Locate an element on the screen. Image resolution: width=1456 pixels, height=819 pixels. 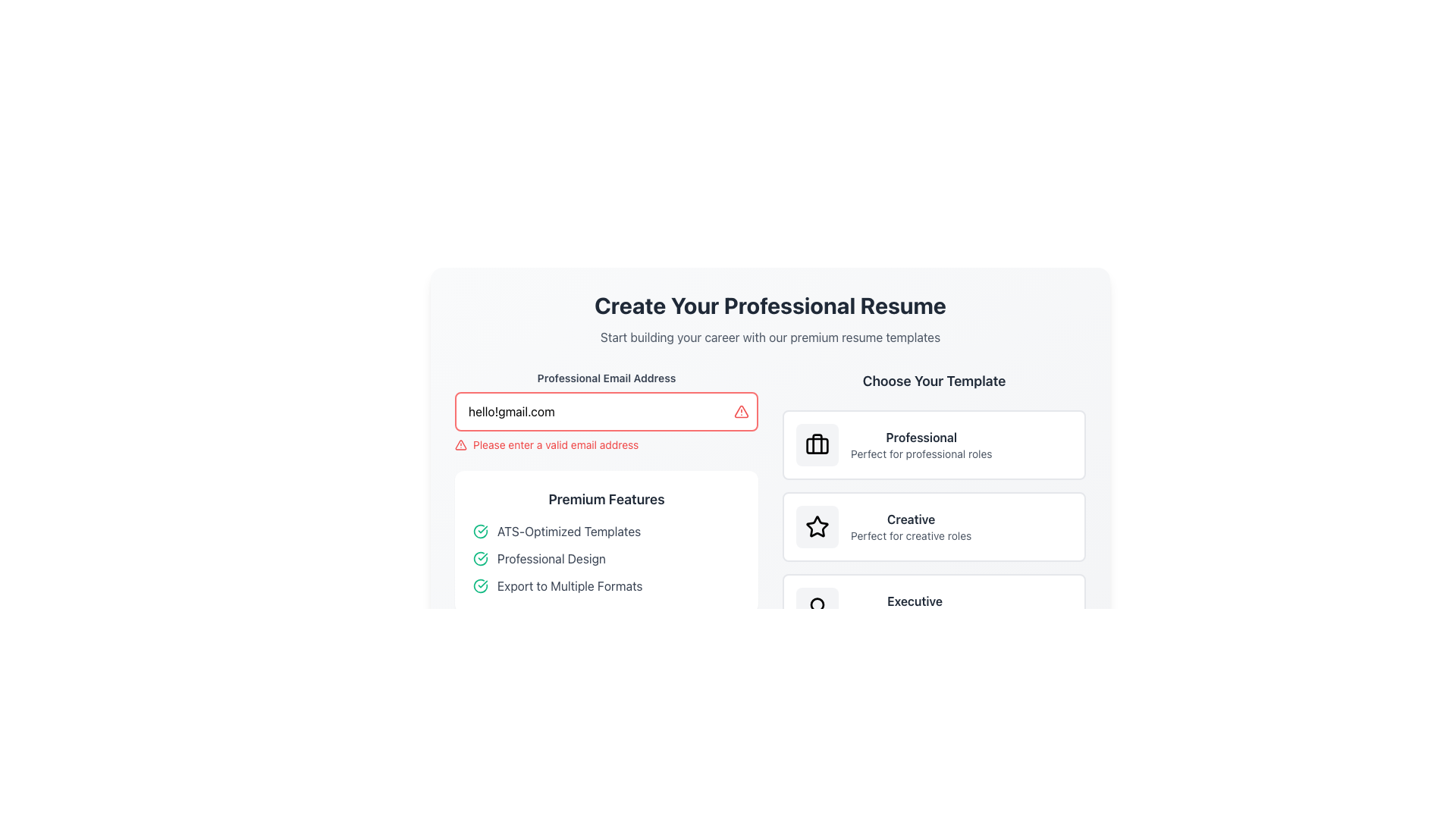
the Information Section located in the left column below the email entry section, highlighting premium features of the application is located at coordinates (607, 507).